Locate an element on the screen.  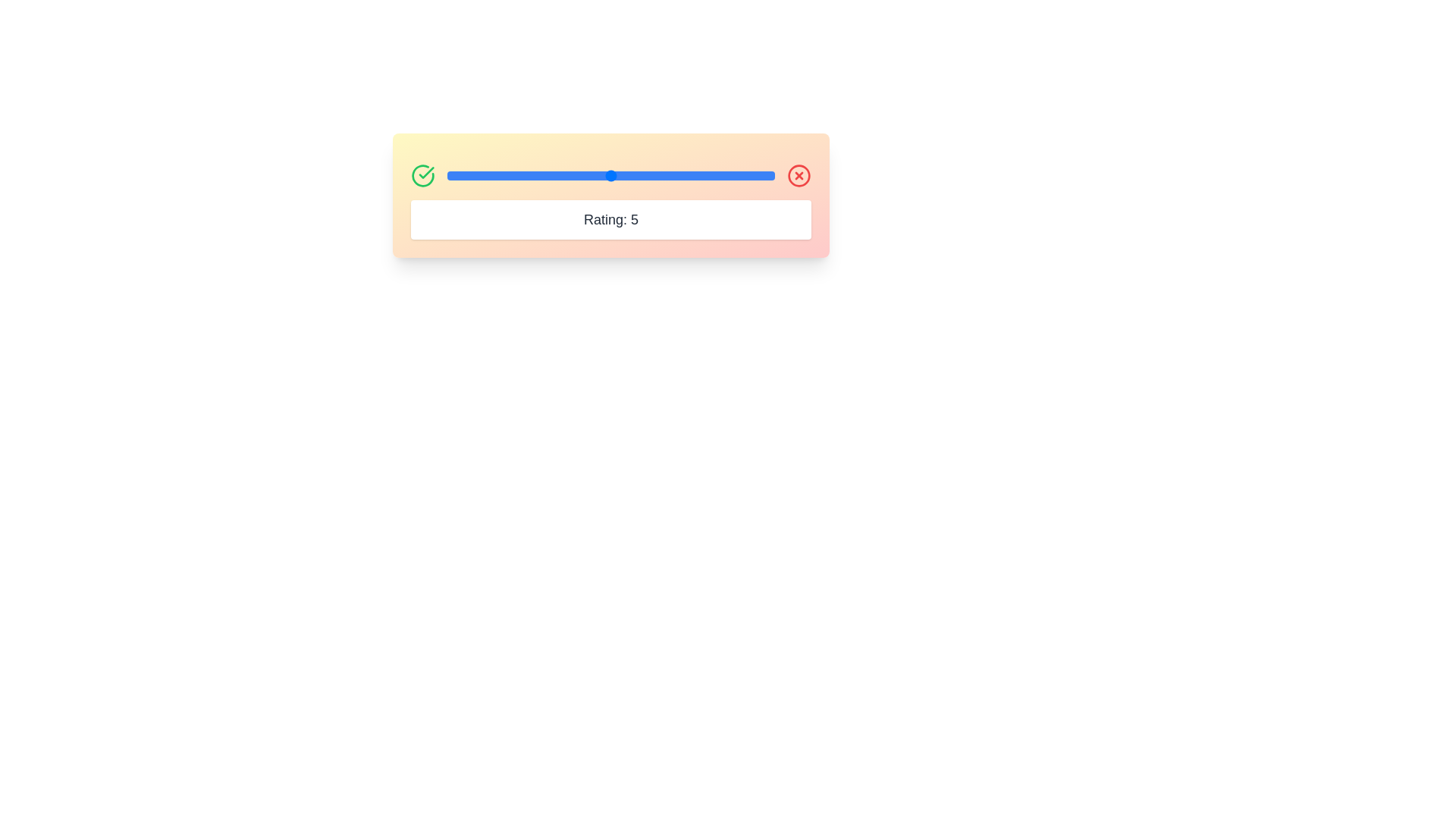
the slider value is located at coordinates (708, 174).